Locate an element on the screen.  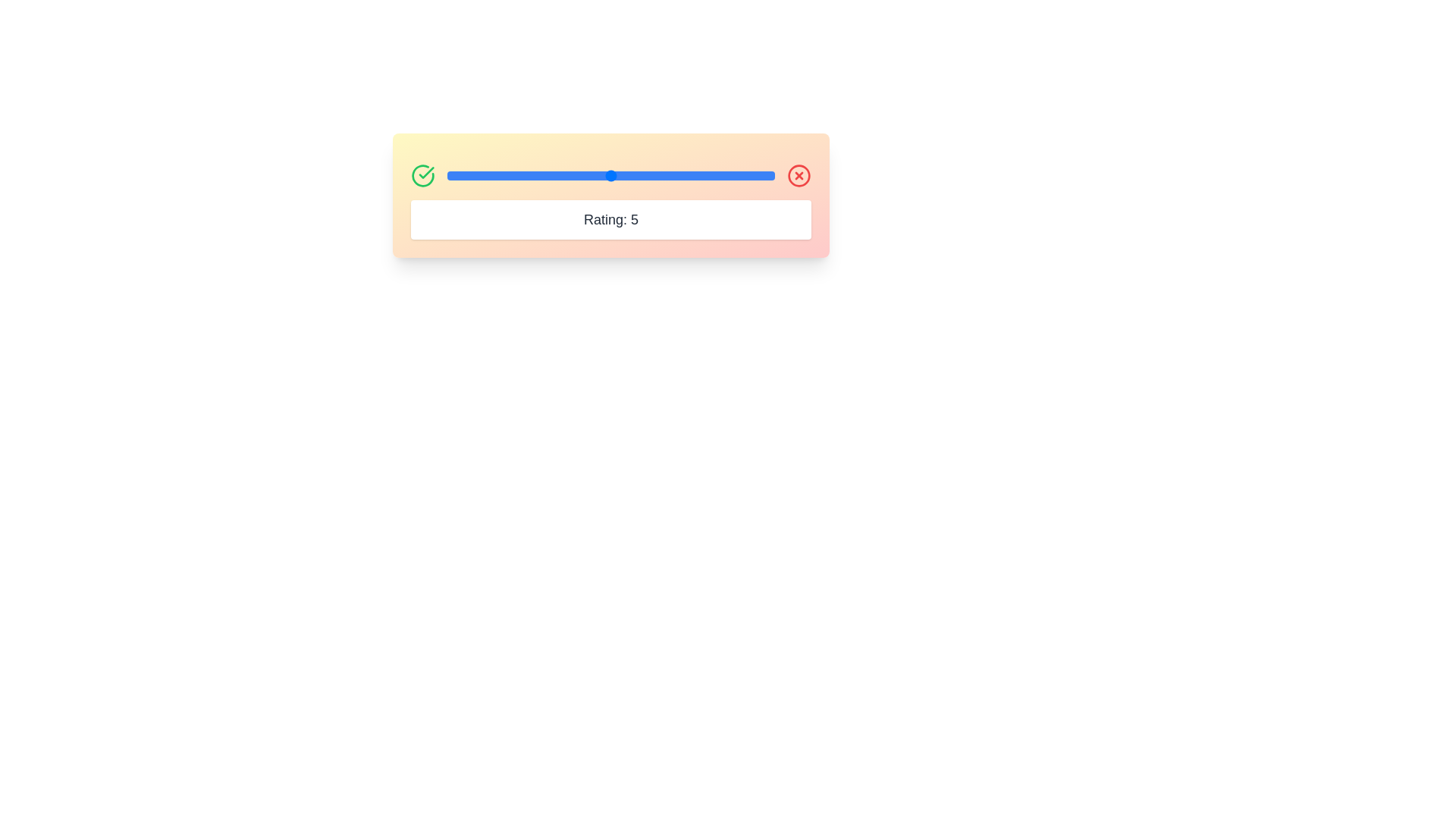
the slider value is located at coordinates (708, 174).